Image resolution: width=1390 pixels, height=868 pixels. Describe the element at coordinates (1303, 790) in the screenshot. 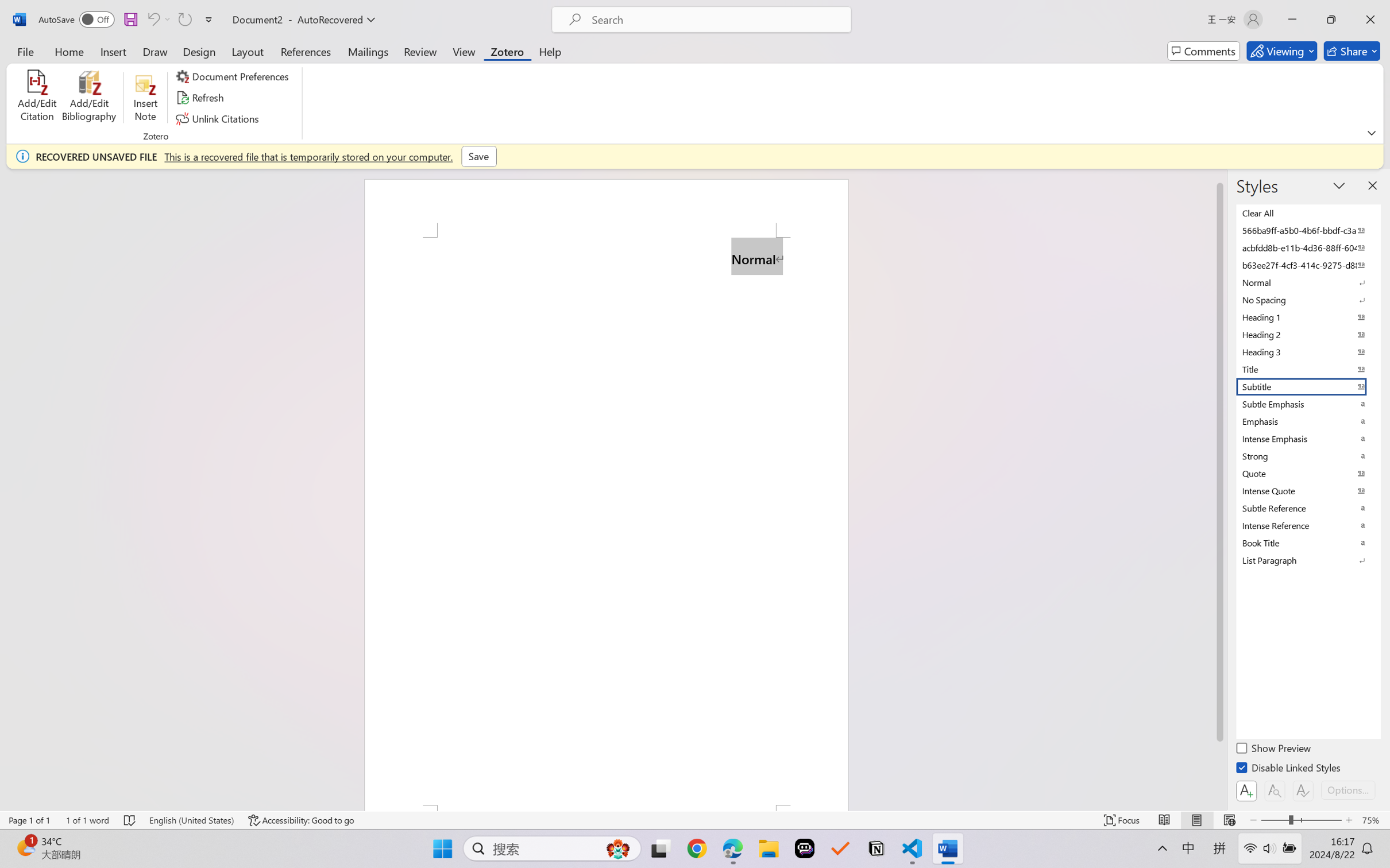

I see `'Class: NetUIButton'` at that location.